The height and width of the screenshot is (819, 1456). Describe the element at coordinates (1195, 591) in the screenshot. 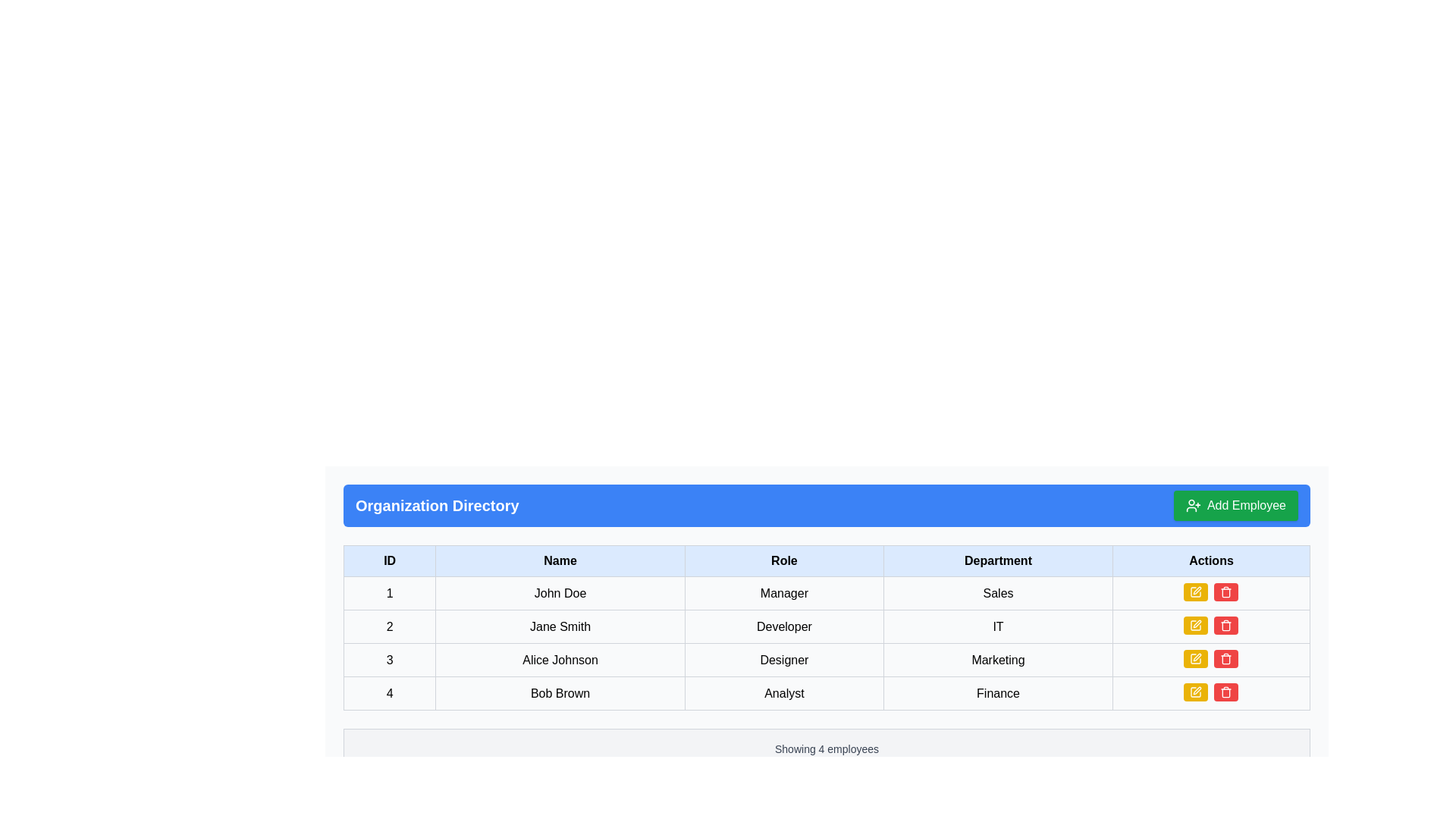

I see `the pen icon in the 'Actions' column of the last row (labeled as 'Bob Brown') in the data table to initiate an editing action` at that location.